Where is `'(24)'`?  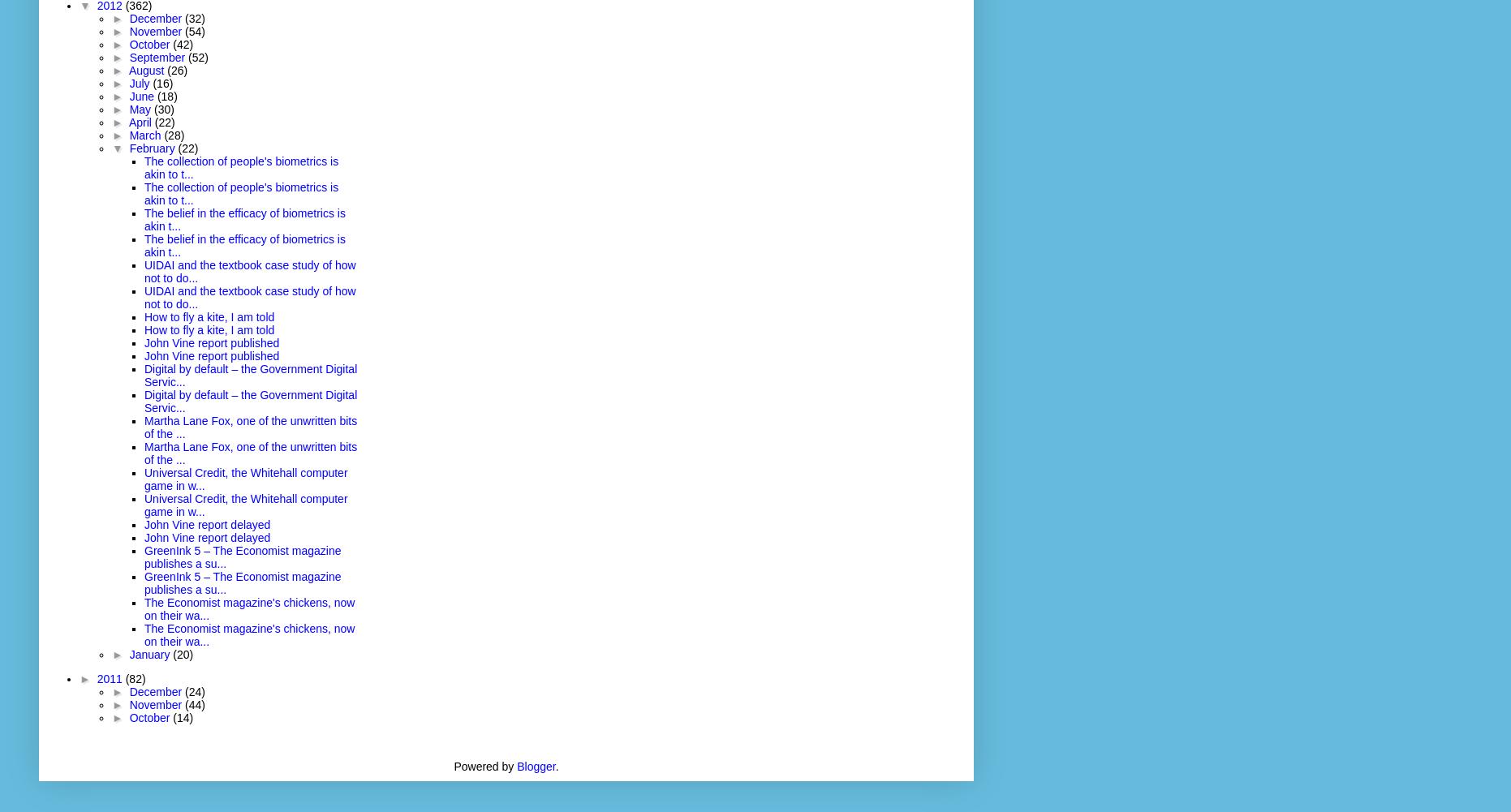
'(24)' is located at coordinates (184, 690).